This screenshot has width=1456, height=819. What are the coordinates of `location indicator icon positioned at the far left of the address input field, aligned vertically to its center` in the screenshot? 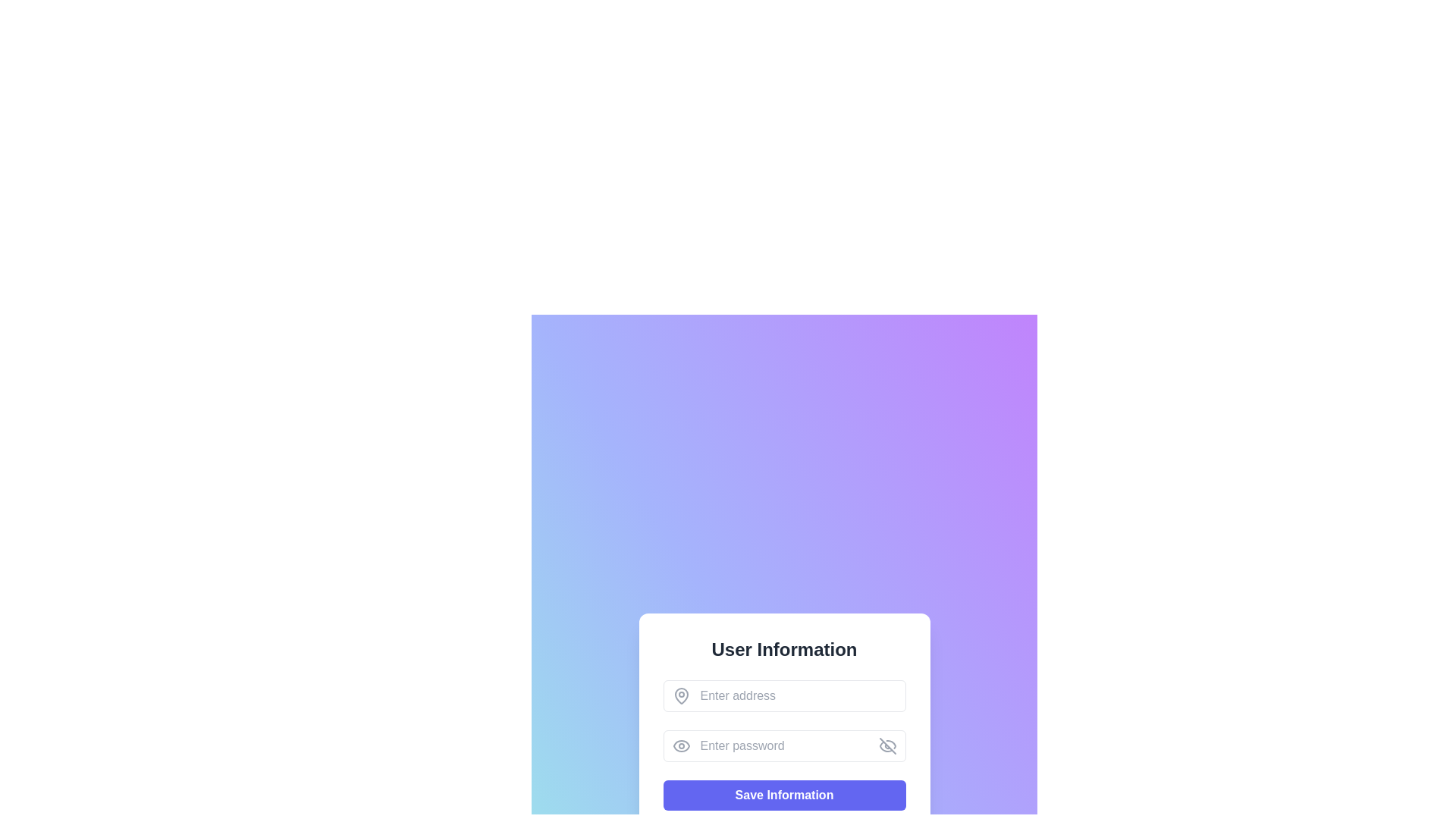 It's located at (680, 696).